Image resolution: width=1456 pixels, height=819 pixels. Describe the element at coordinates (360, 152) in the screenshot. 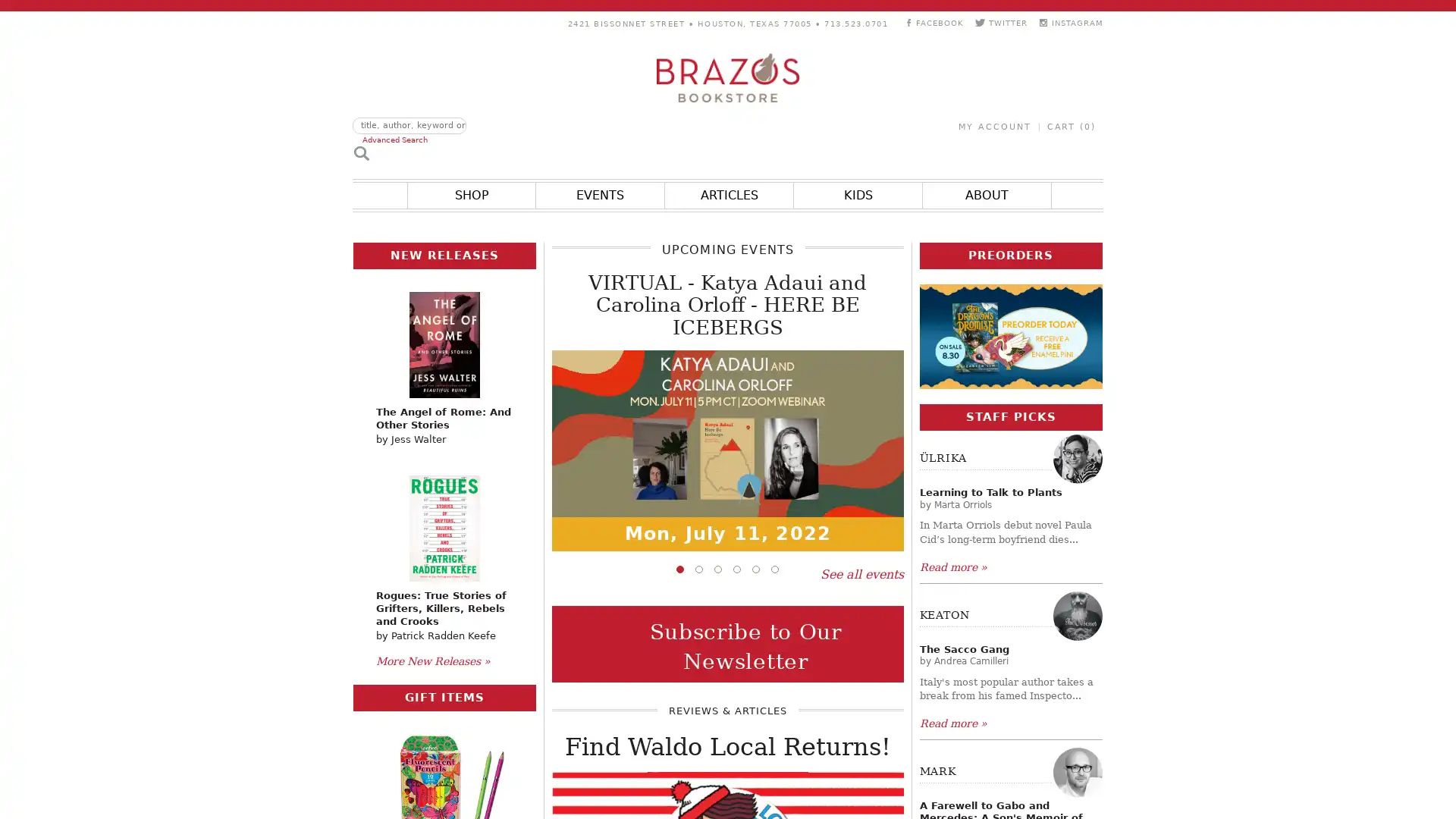

I see `Search` at that location.